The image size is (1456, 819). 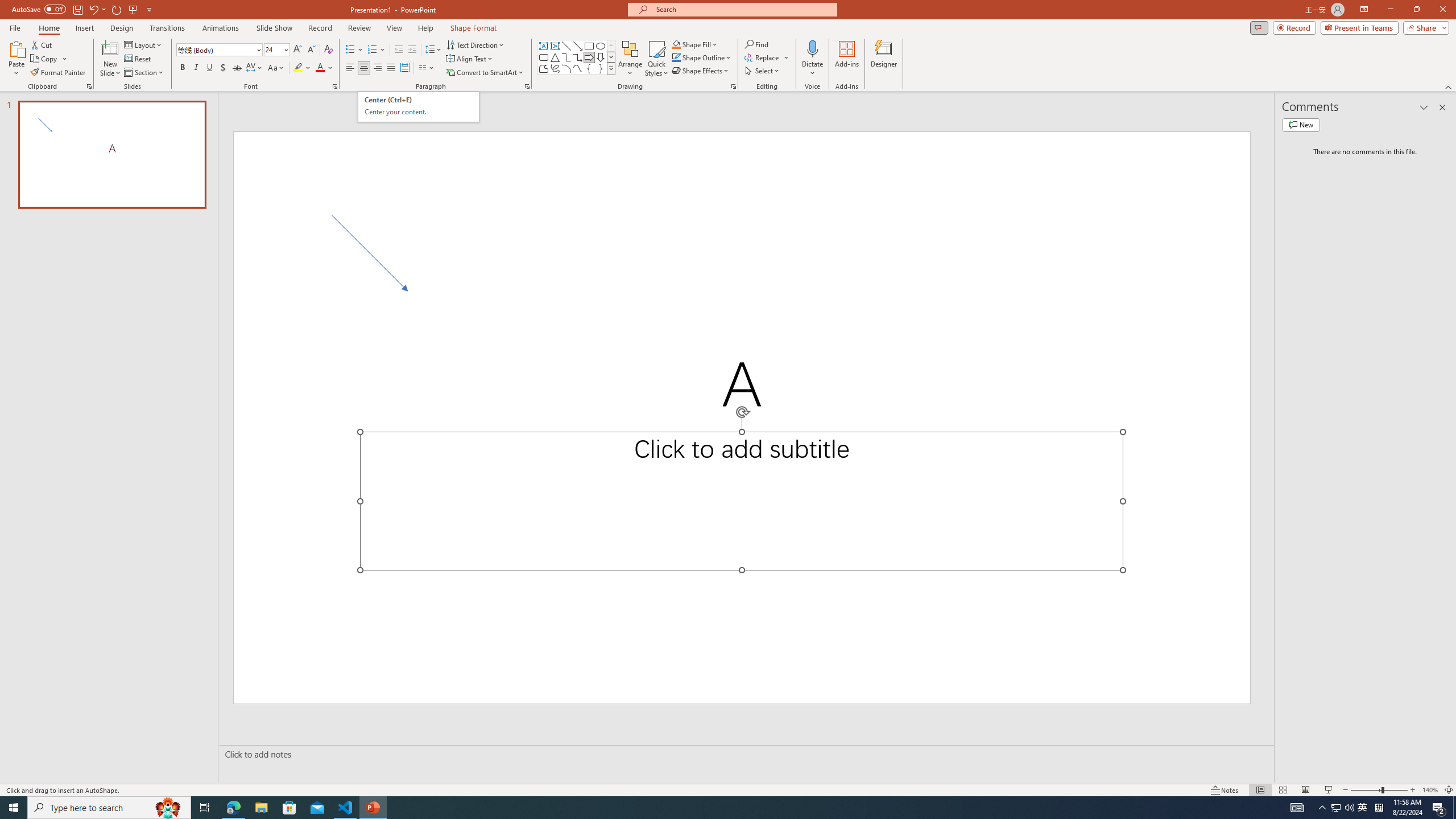 What do you see at coordinates (1430, 790) in the screenshot?
I see `'Zoom 140%'` at bounding box center [1430, 790].